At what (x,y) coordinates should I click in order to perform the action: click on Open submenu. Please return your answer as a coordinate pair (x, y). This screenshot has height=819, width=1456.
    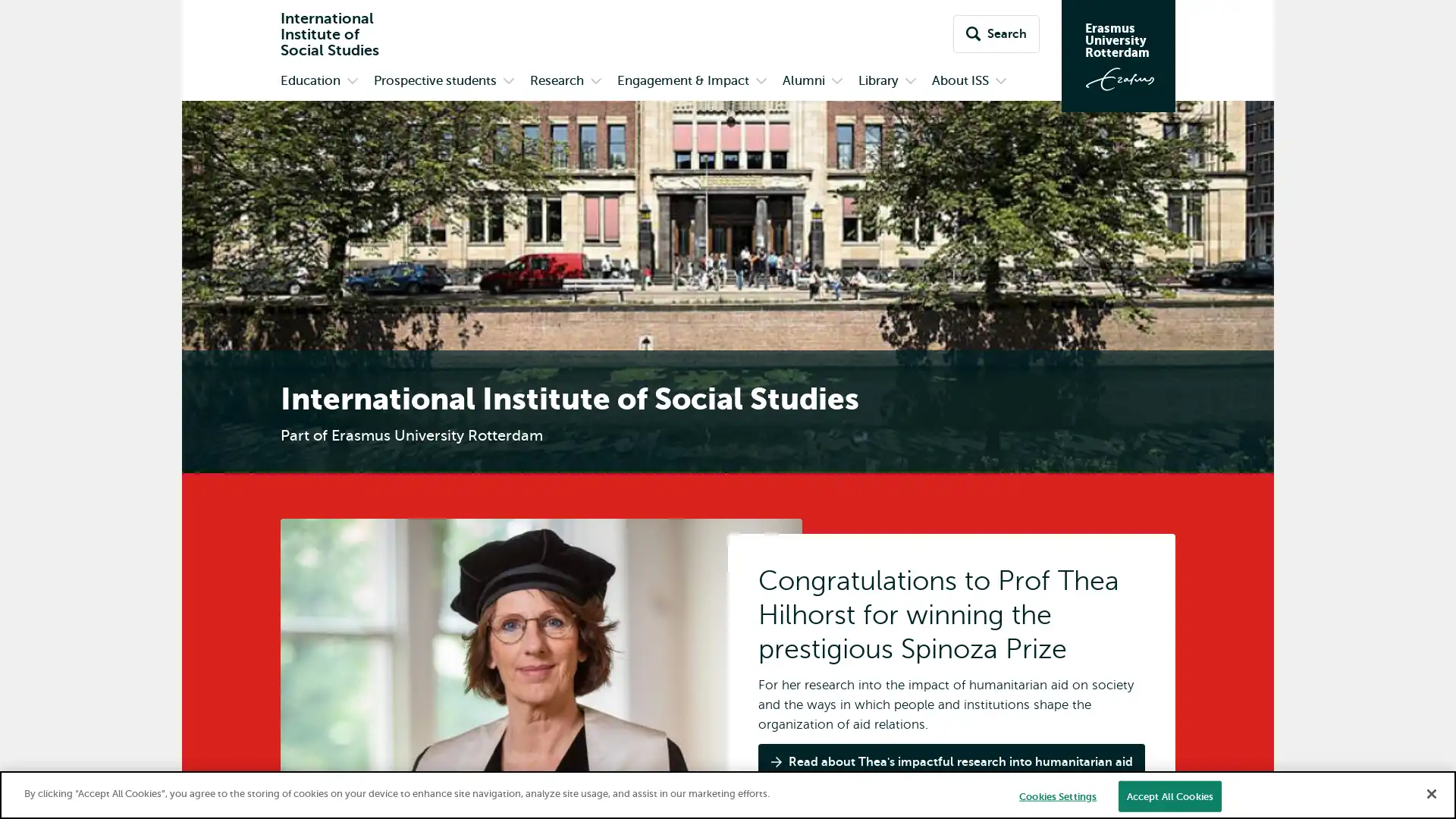
    Looking at the image, I should click on (509, 82).